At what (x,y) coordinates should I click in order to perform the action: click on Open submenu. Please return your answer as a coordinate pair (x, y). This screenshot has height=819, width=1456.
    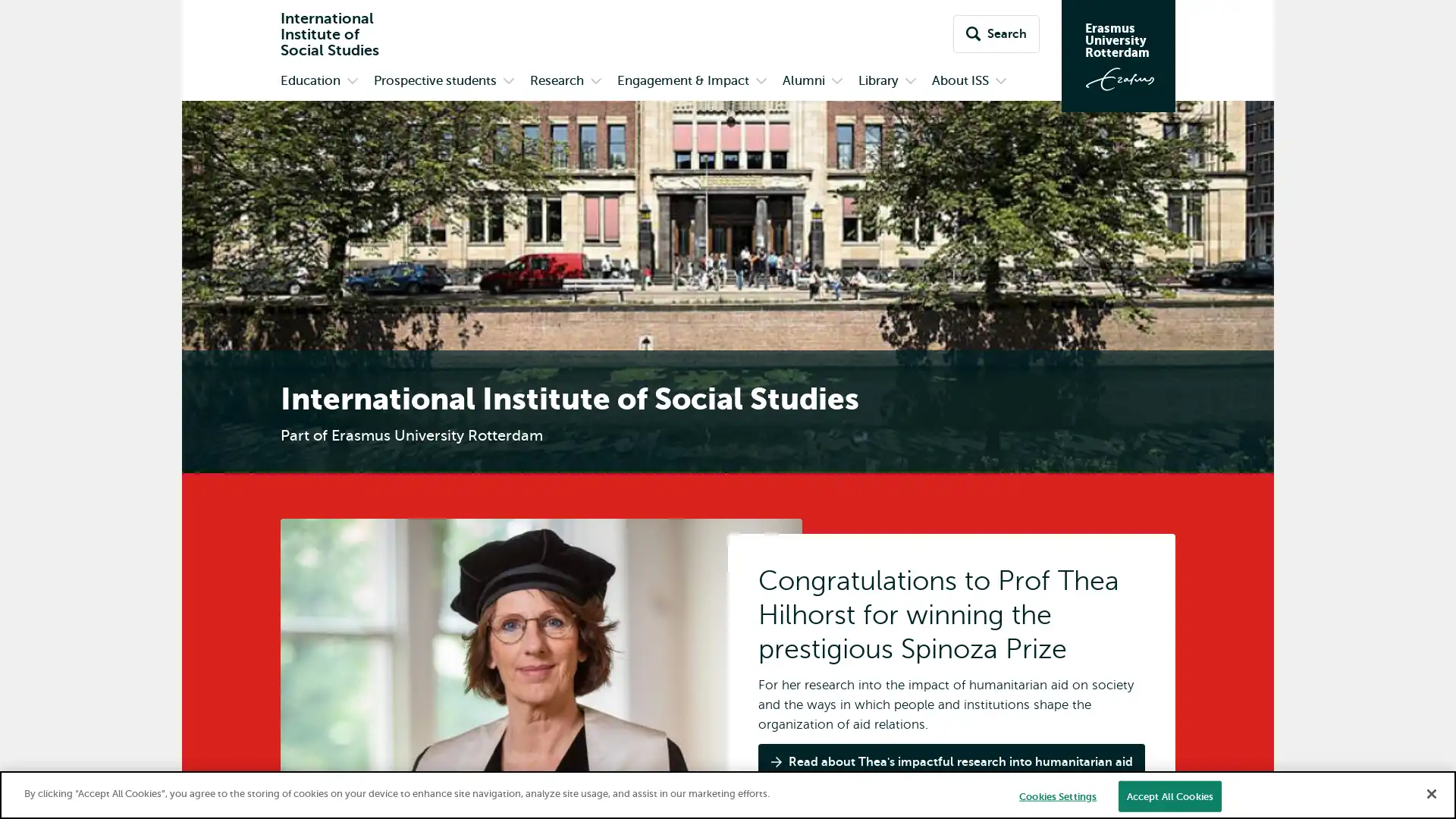
    Looking at the image, I should click on (509, 82).